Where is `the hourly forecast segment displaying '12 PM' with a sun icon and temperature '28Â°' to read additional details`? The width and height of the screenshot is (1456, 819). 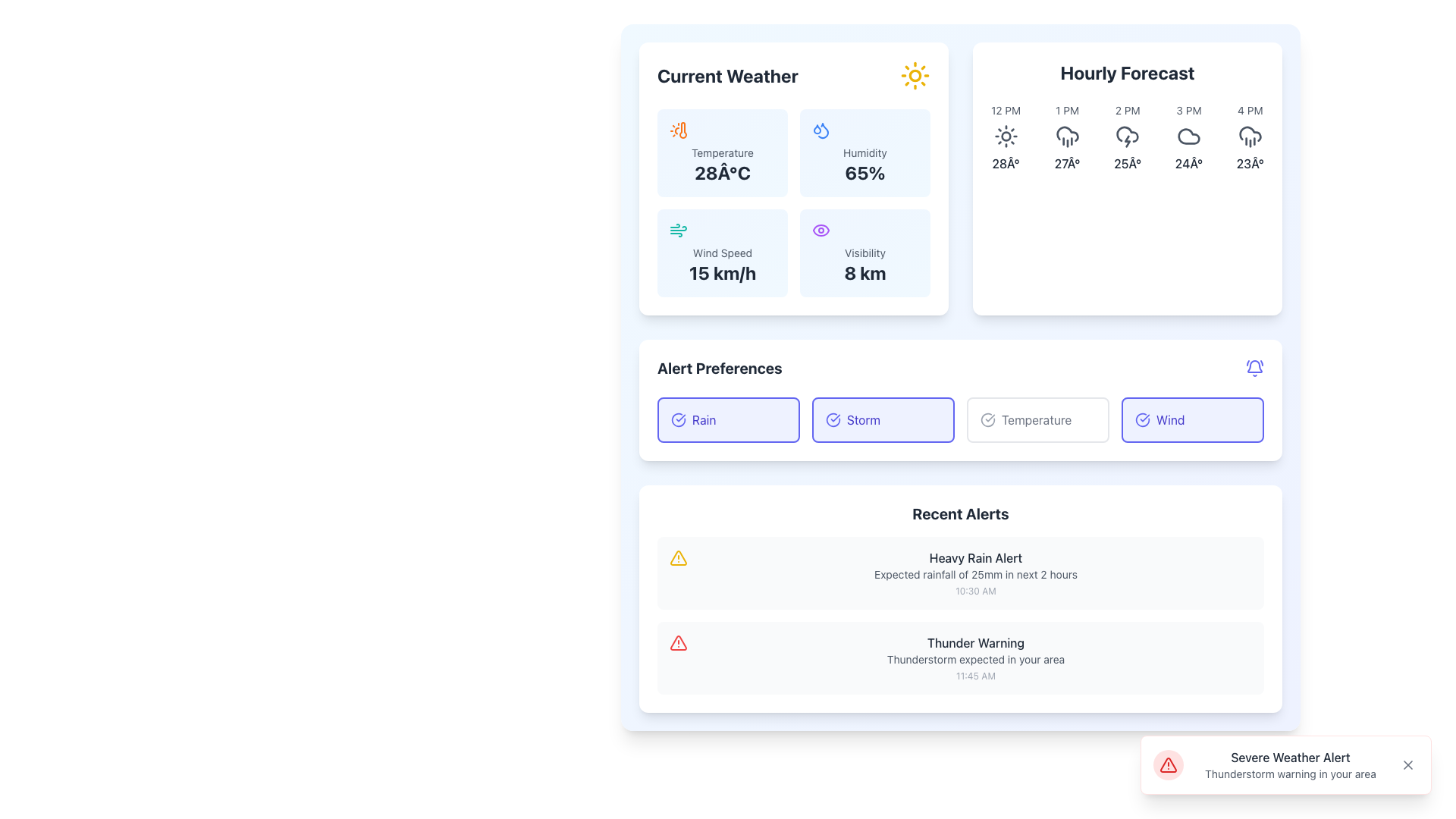 the hourly forecast segment displaying '12 PM' with a sun icon and temperature '28Â°' to read additional details is located at coordinates (1006, 137).